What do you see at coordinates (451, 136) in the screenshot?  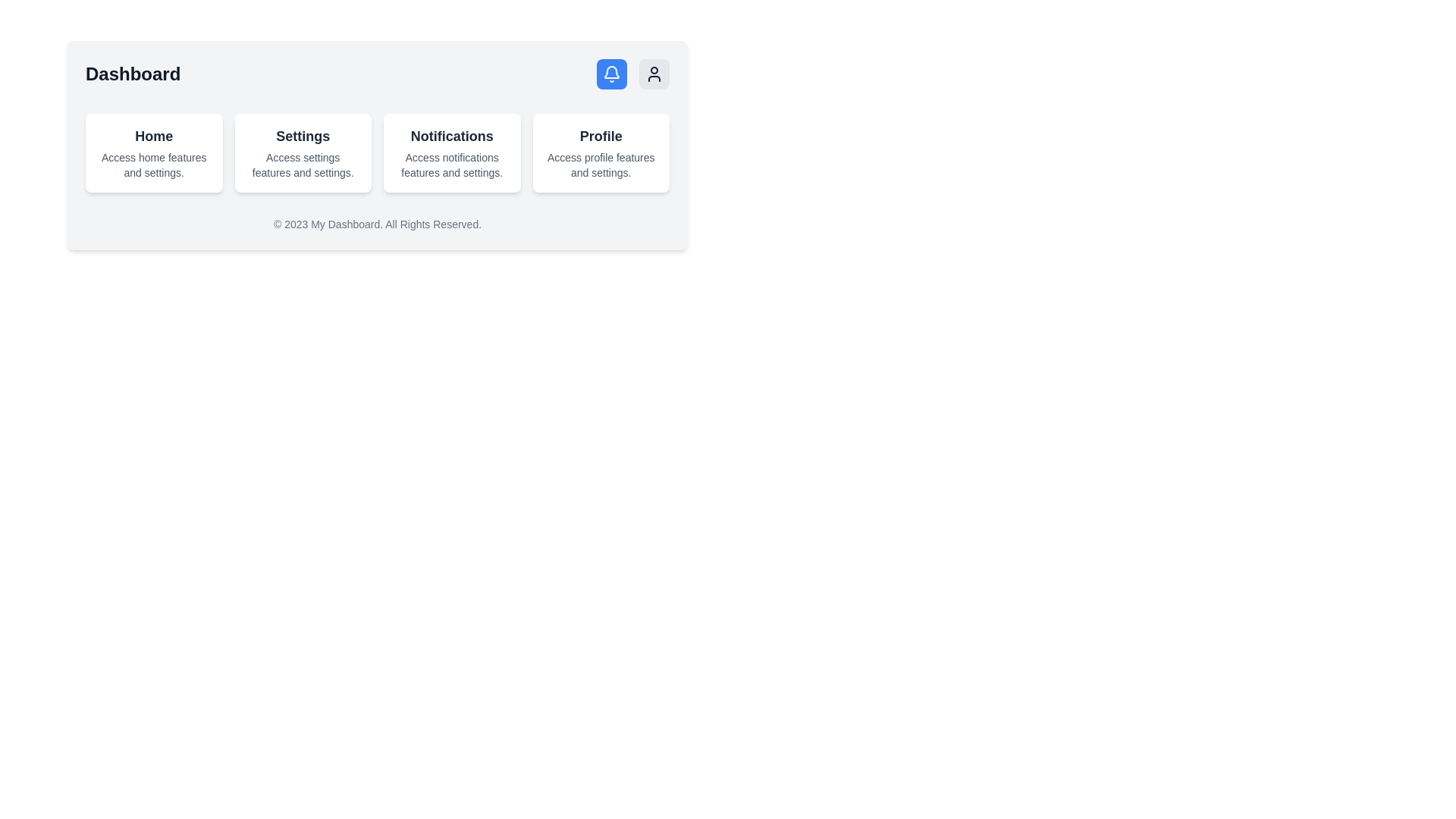 I see `the 'Notifications' text label, which is styled in bold with a dark gray color, located at the upper part of a white card with rounded edges` at bounding box center [451, 136].